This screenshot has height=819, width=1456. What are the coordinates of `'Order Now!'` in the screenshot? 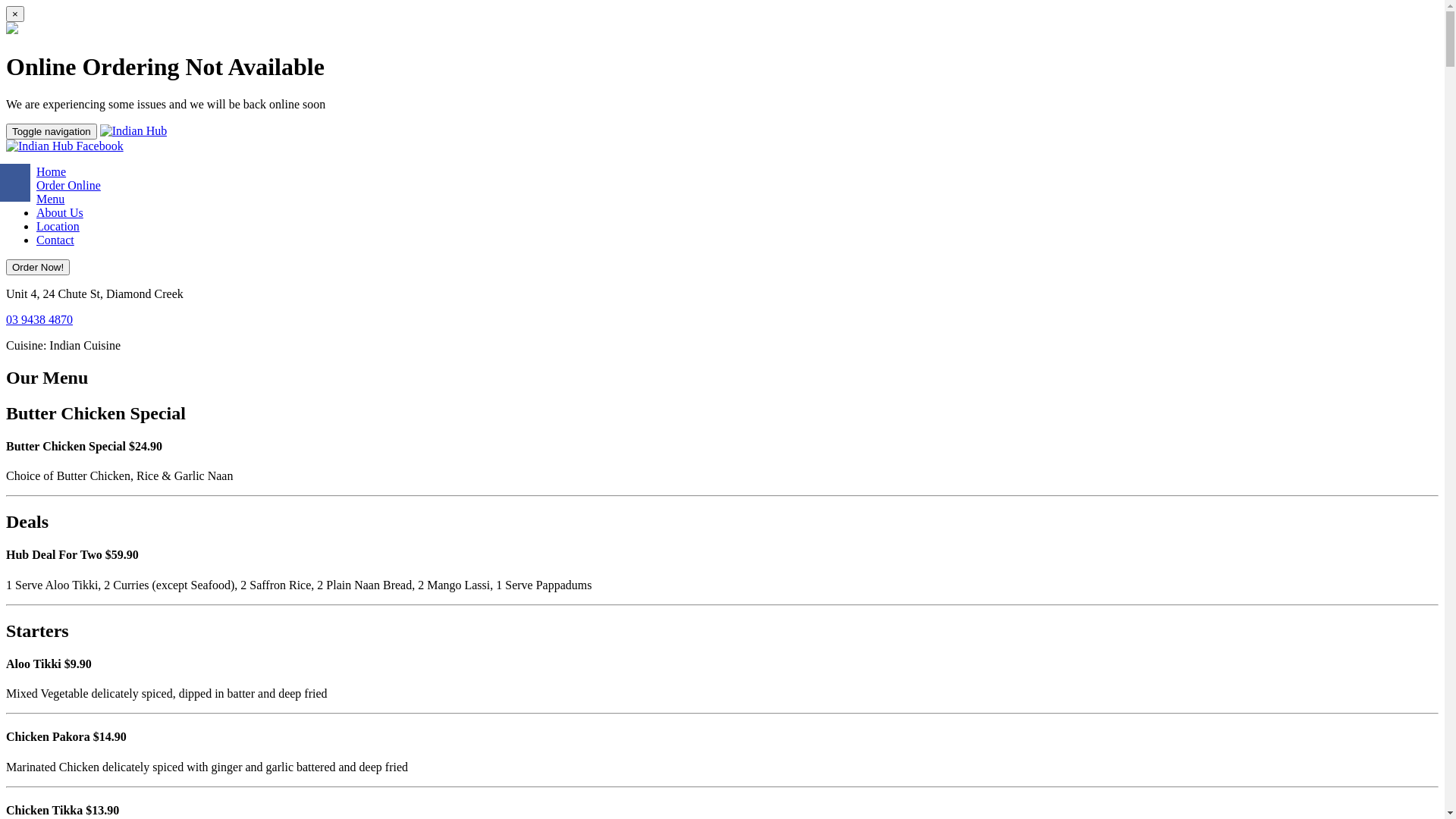 It's located at (37, 265).